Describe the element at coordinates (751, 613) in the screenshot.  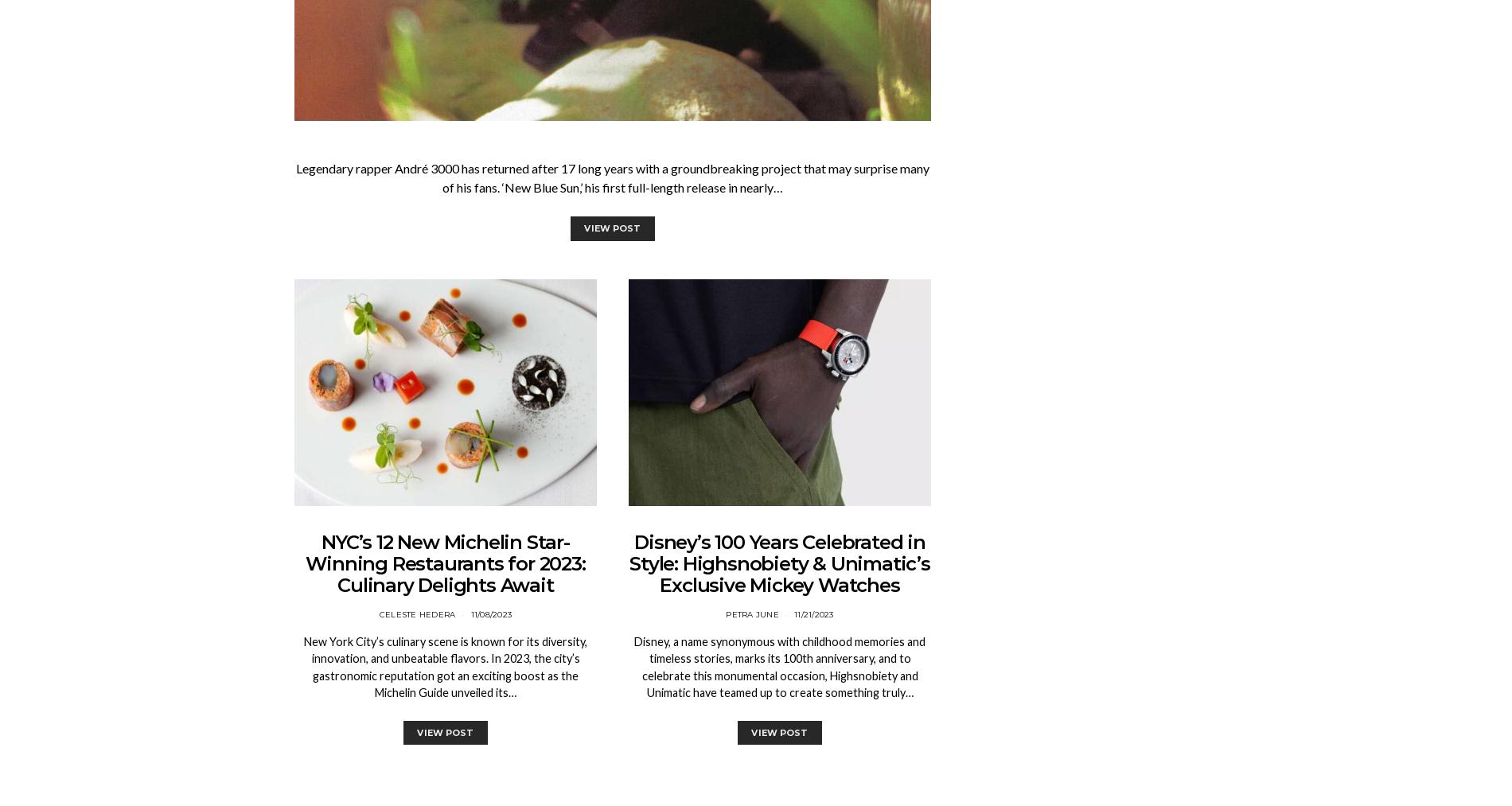
I see `'Petra June'` at that location.